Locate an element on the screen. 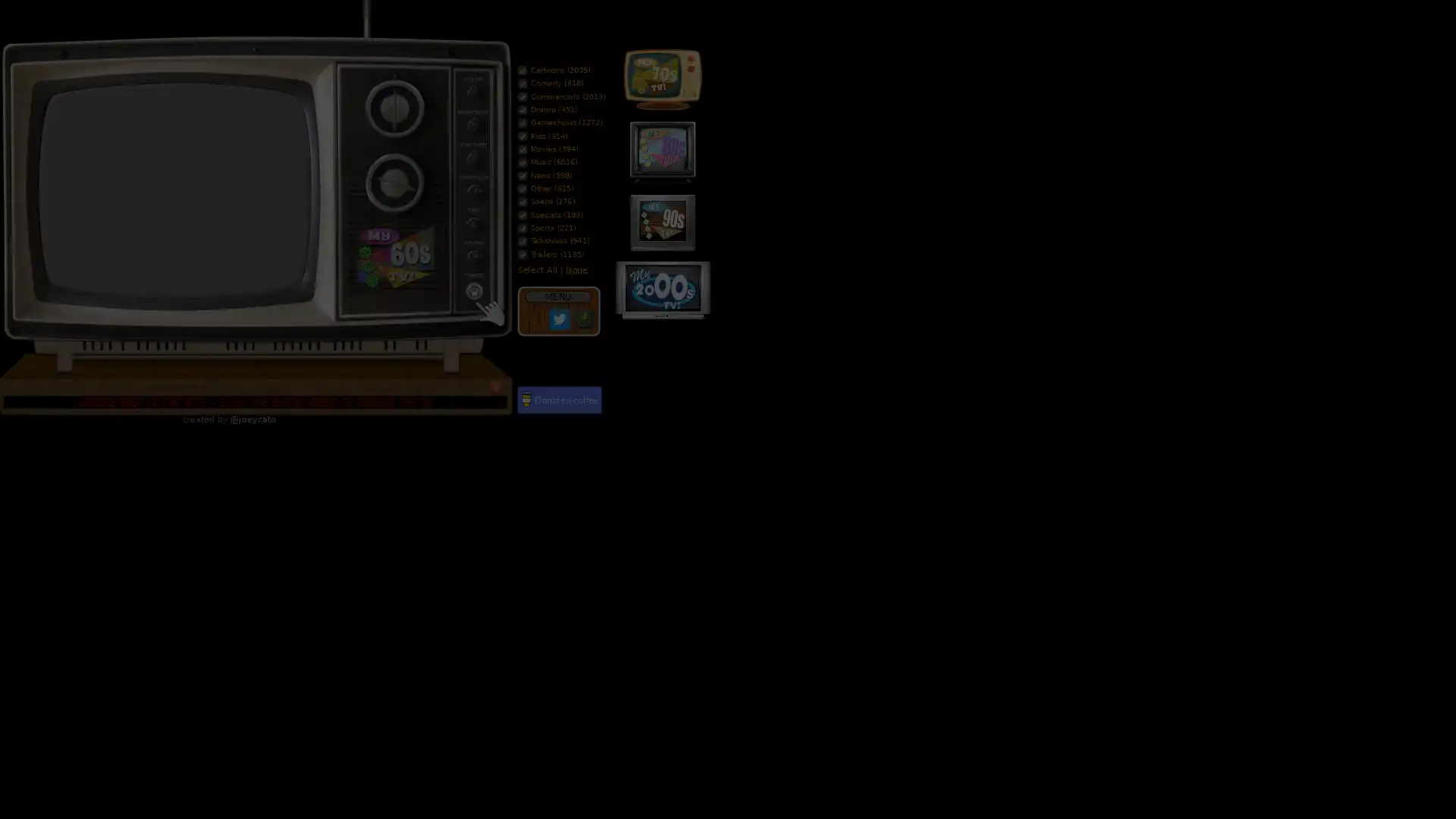  MENU is located at coordinates (557, 296).